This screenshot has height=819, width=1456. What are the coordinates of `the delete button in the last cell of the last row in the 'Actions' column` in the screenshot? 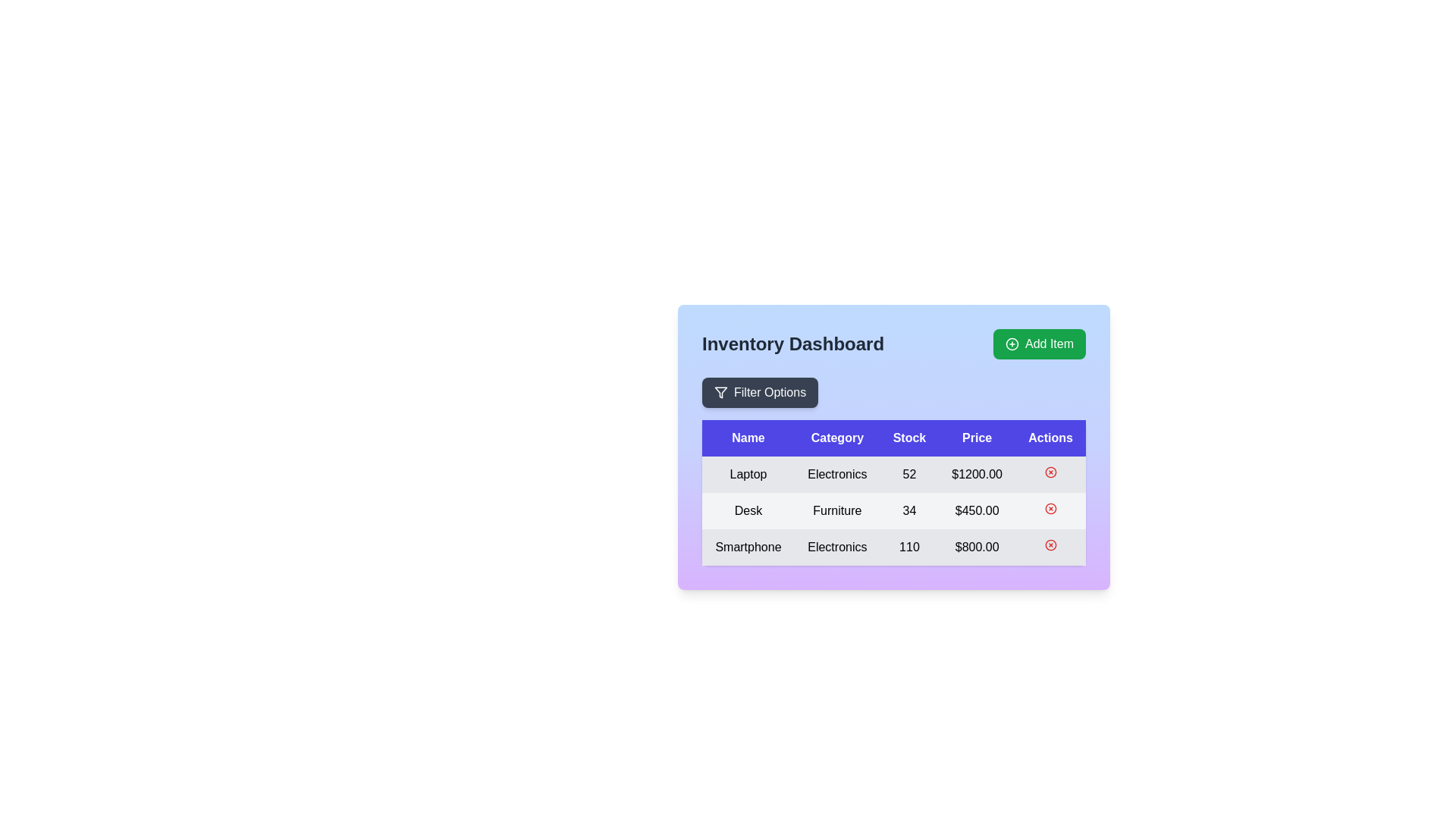 It's located at (1050, 547).